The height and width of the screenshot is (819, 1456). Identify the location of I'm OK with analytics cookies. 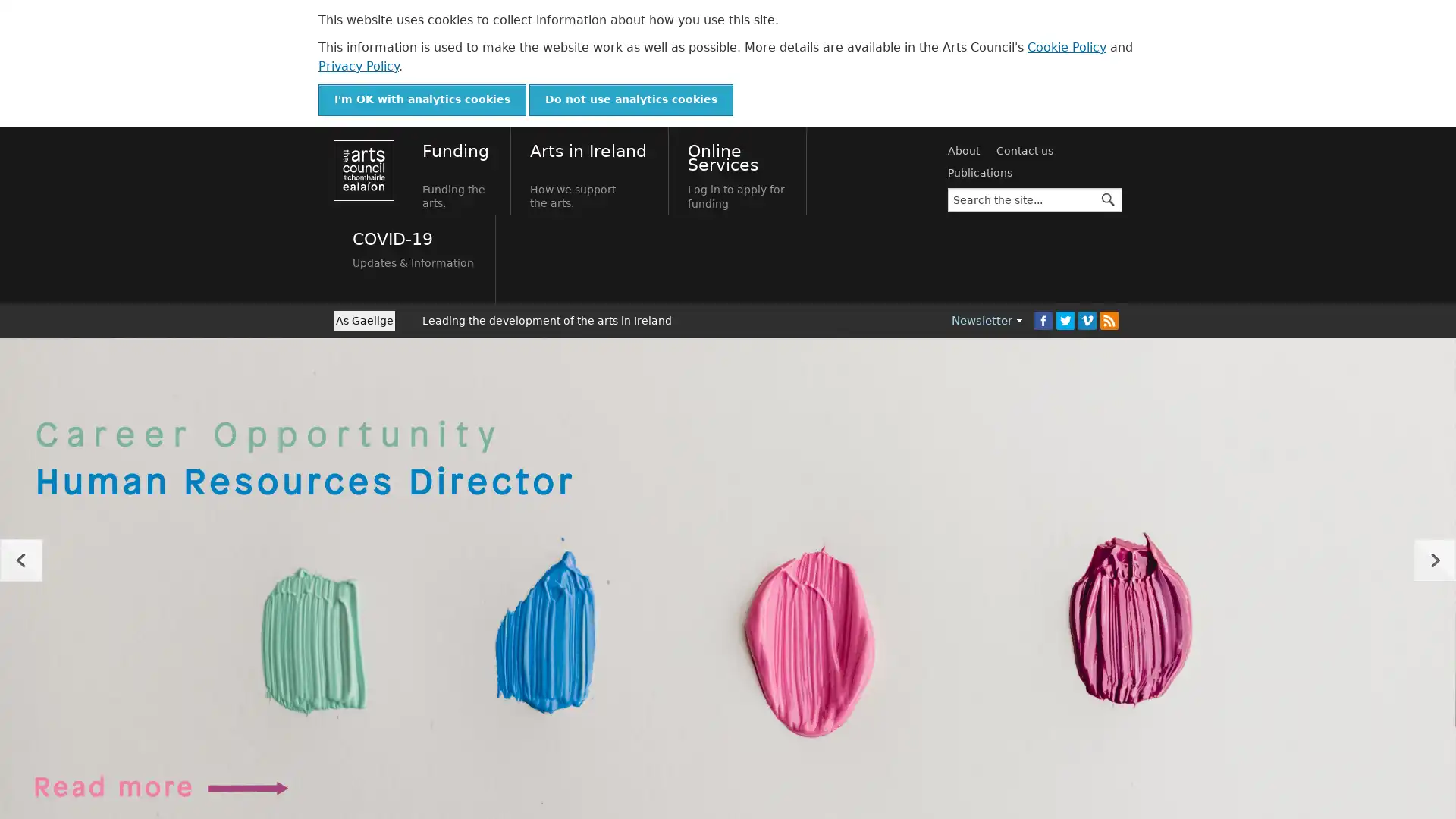
(422, 99).